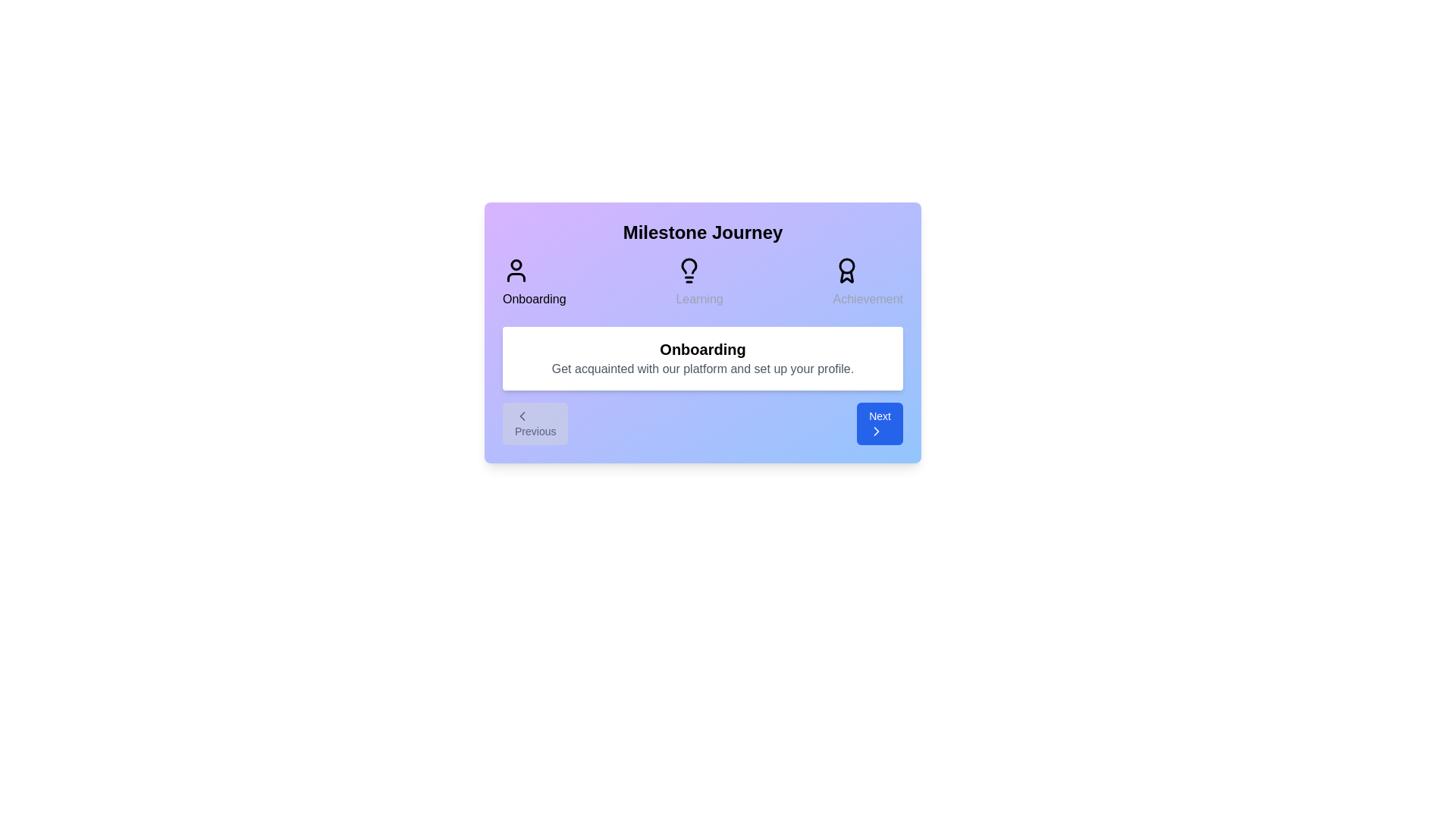  Describe the element at coordinates (880, 424) in the screenshot. I see `the 'Next' button to navigate to the next step` at that location.